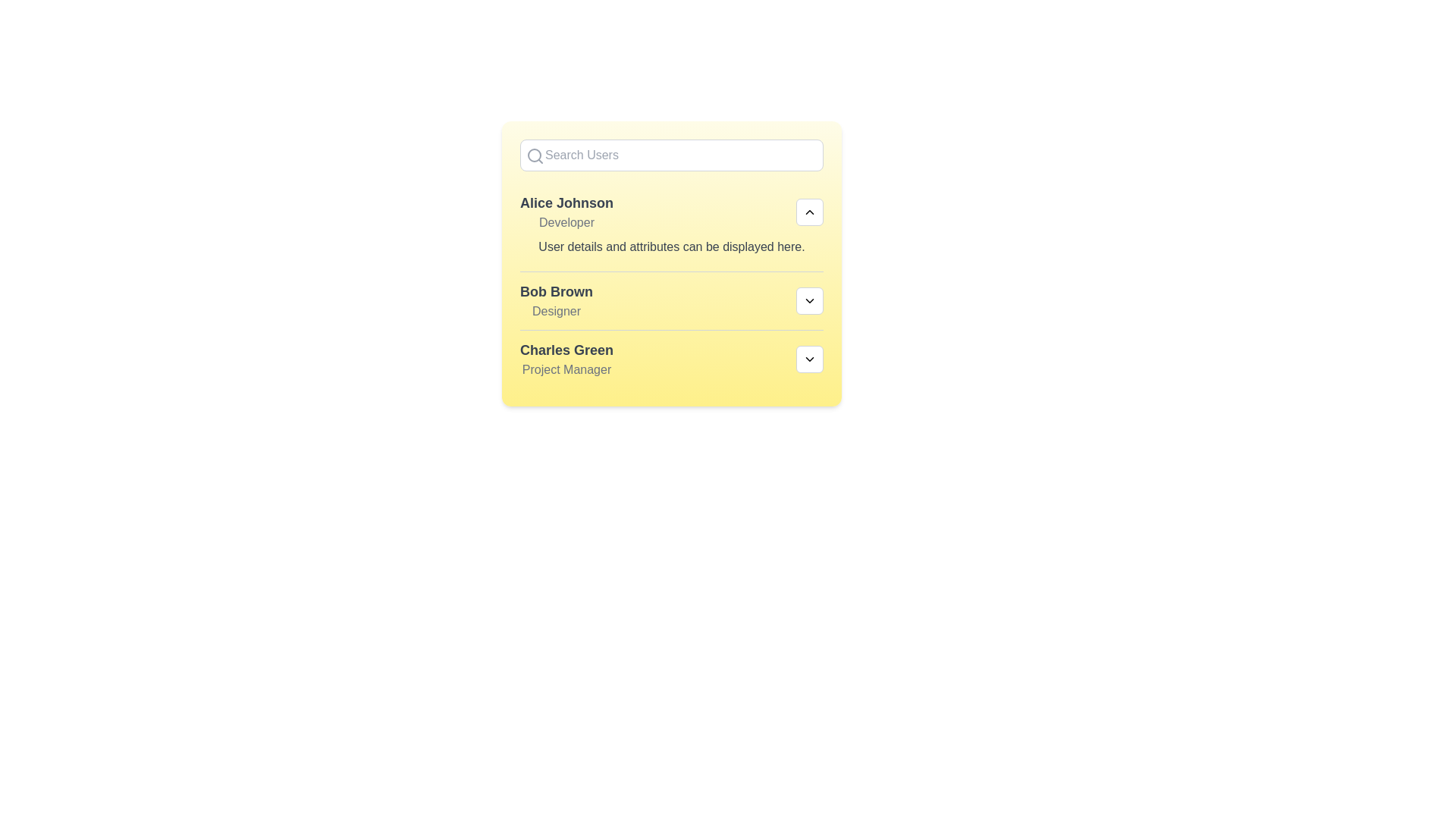 Image resolution: width=1456 pixels, height=819 pixels. Describe the element at coordinates (671, 155) in the screenshot. I see `the search input field and type 'Charles'` at that location.